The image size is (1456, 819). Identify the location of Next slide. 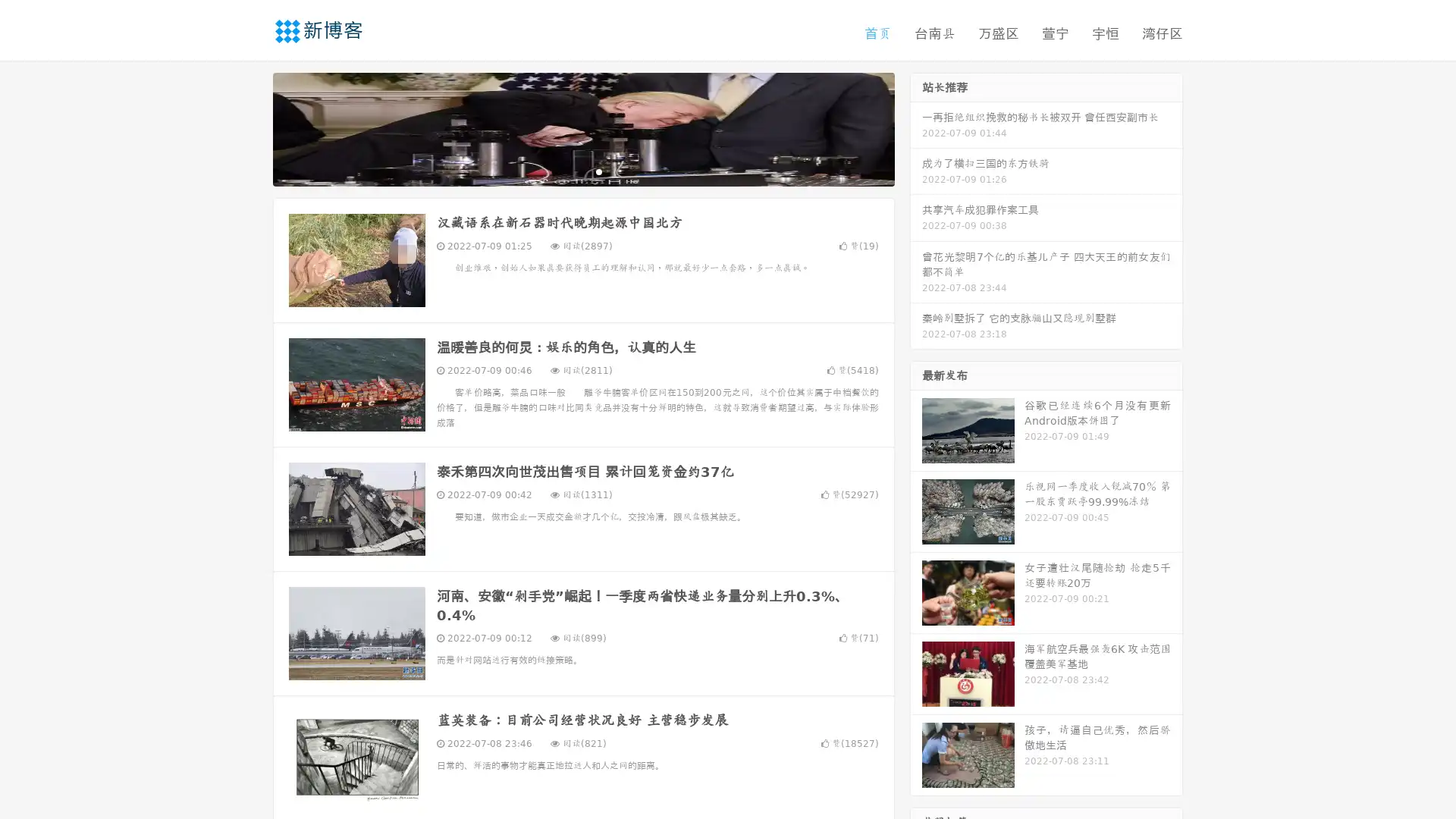
(916, 127).